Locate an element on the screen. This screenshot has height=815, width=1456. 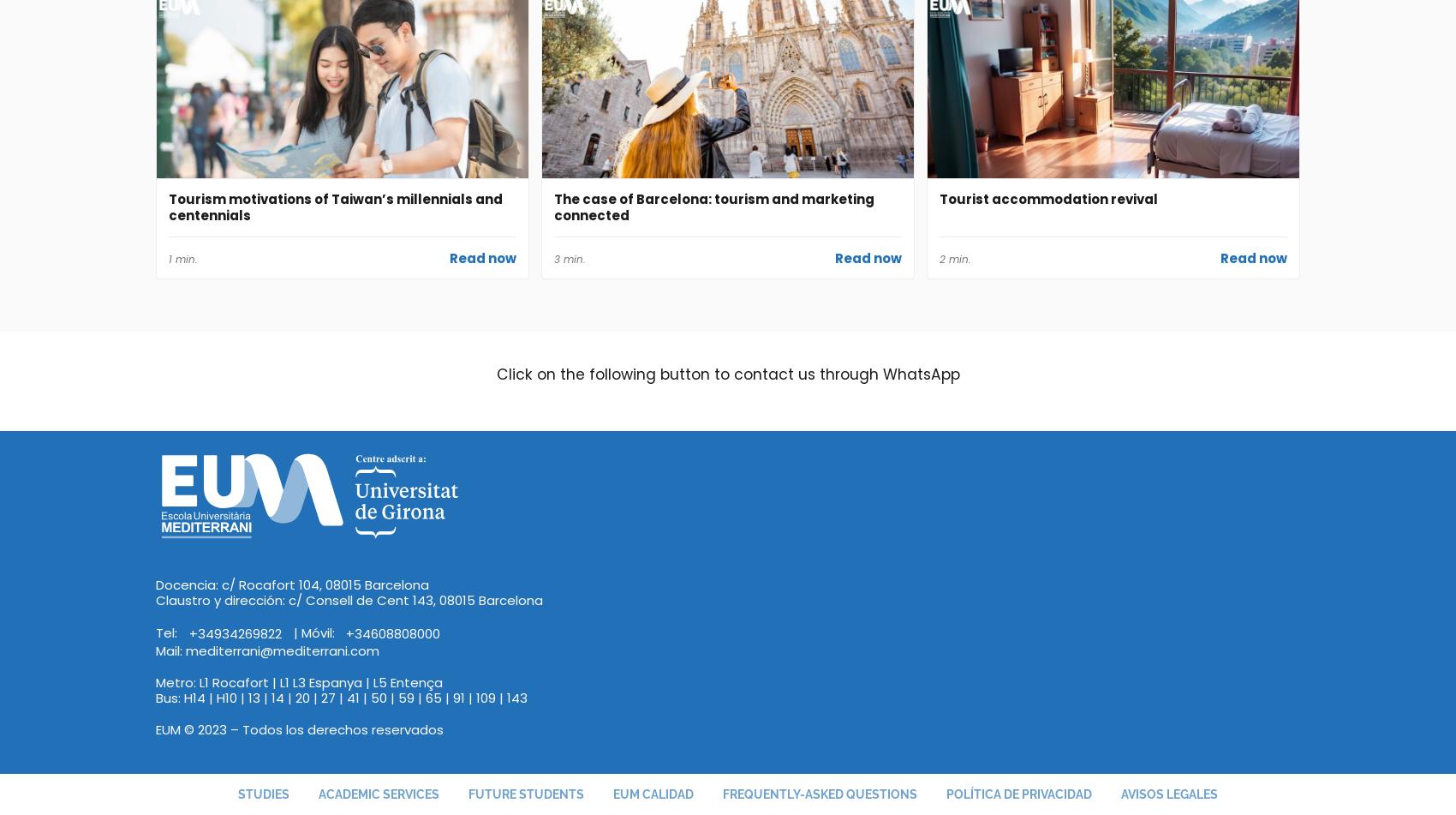
'Tourism motivations of Taiwan’s millennials and centennials' is located at coordinates (335, 207).